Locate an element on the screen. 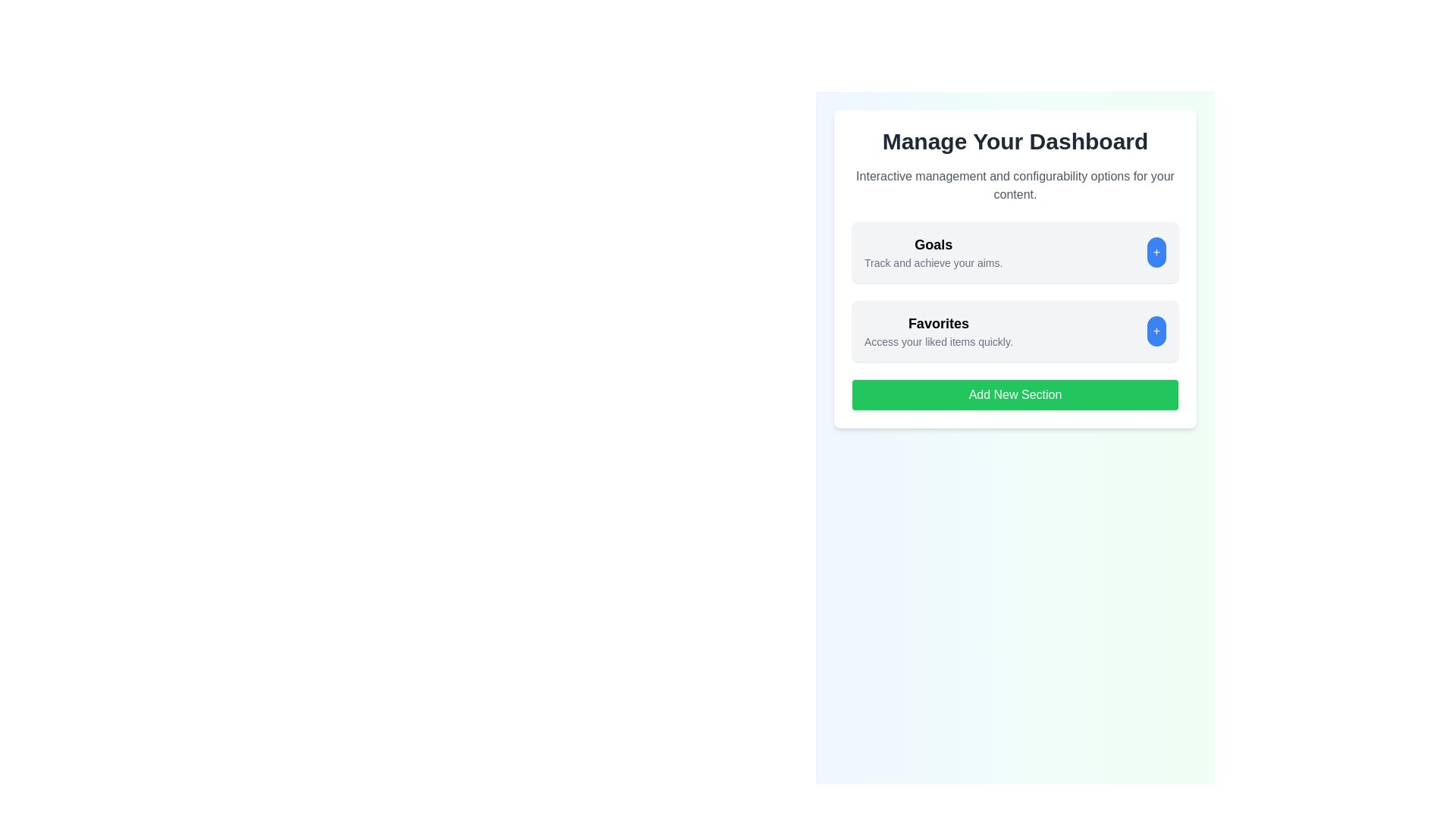 This screenshot has width=1456, height=819. prominent text label 'Goals' located in the header section of the card, styled with a larger font size and bold formatting is located at coordinates (933, 244).